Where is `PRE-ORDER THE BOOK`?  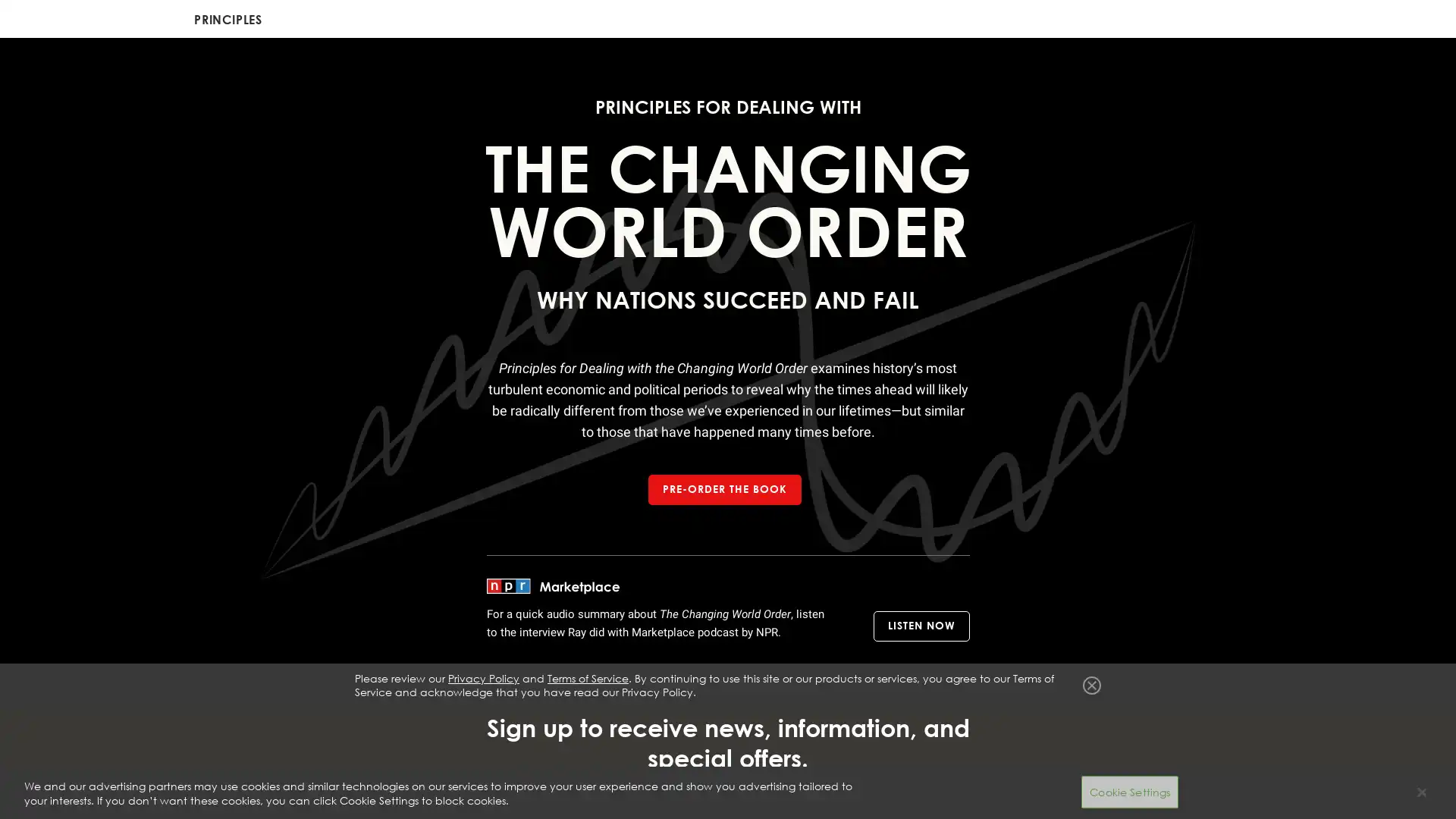 PRE-ORDER THE BOOK is located at coordinates (723, 489).